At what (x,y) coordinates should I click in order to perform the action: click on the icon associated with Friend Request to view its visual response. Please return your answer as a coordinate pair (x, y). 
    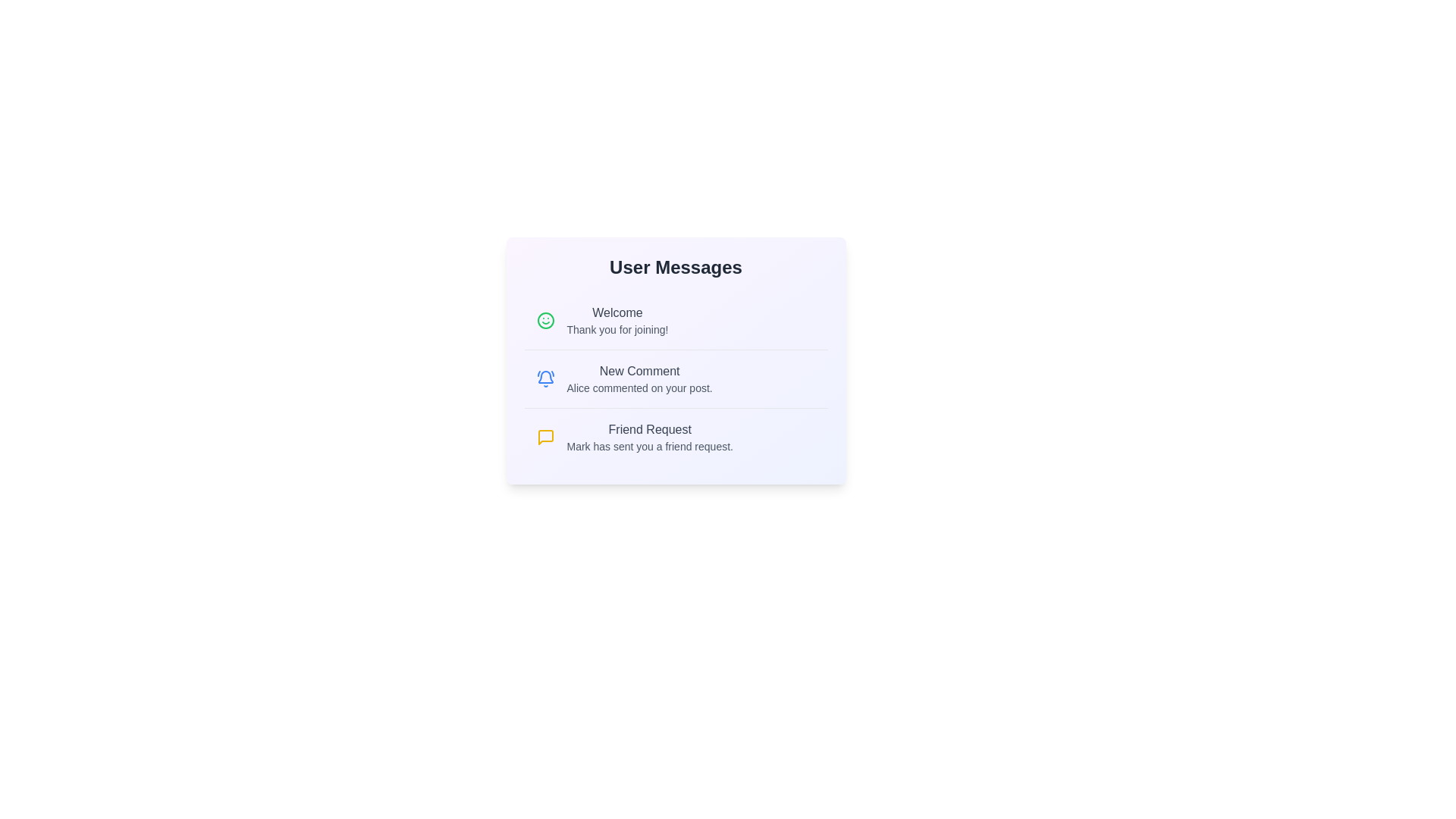
    Looking at the image, I should click on (545, 438).